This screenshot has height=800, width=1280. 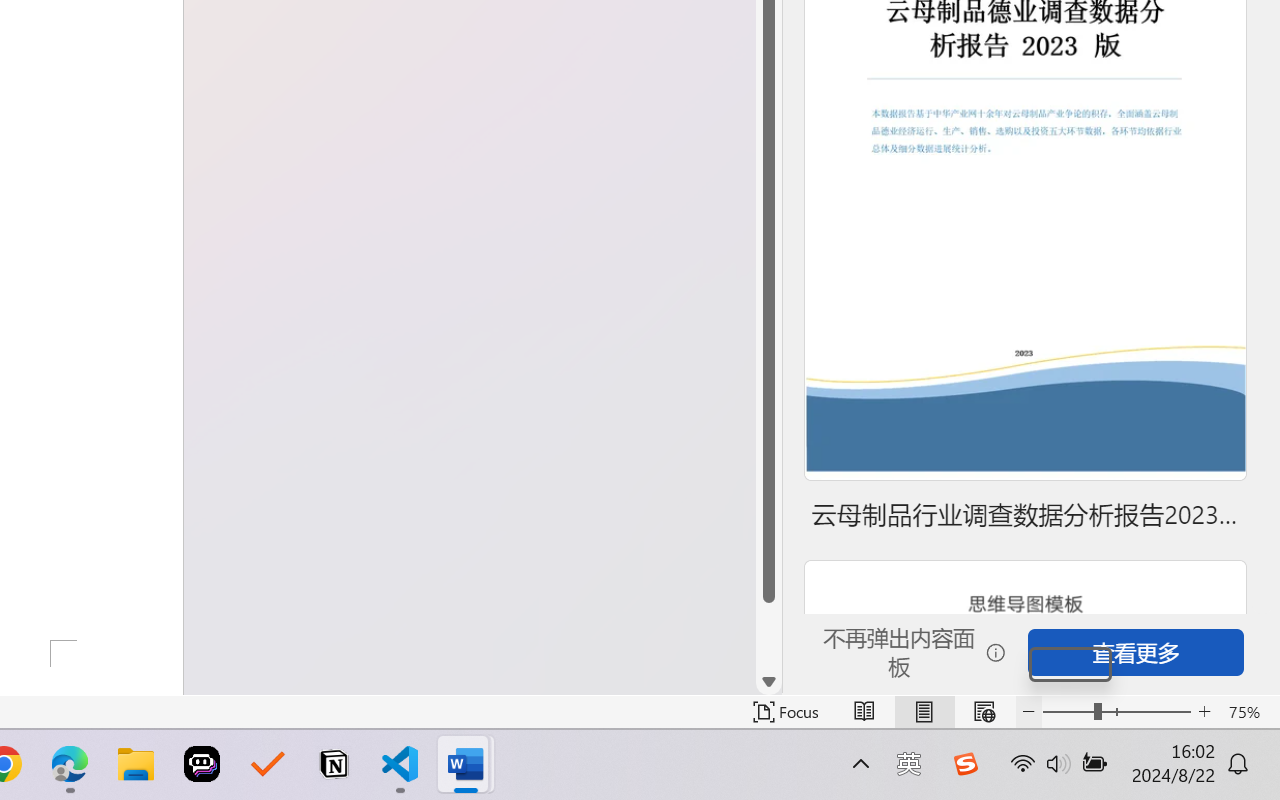 I want to click on 'Class: Image', so click(x=965, y=764).